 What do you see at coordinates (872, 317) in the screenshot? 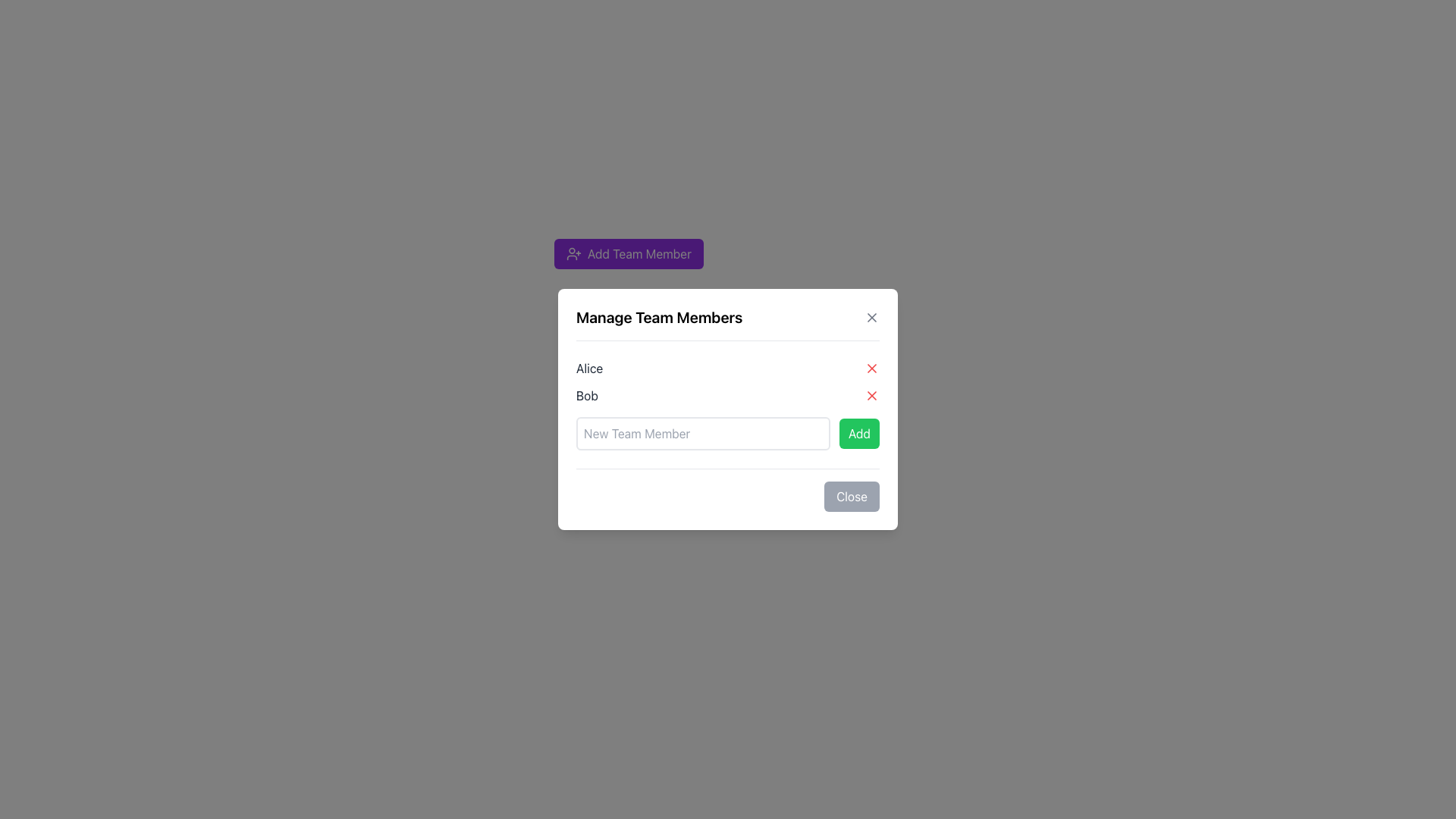
I see `the 'X' icon located in the top-right corner of the 'Manage Team Members' dialog box, next to its title` at bounding box center [872, 317].